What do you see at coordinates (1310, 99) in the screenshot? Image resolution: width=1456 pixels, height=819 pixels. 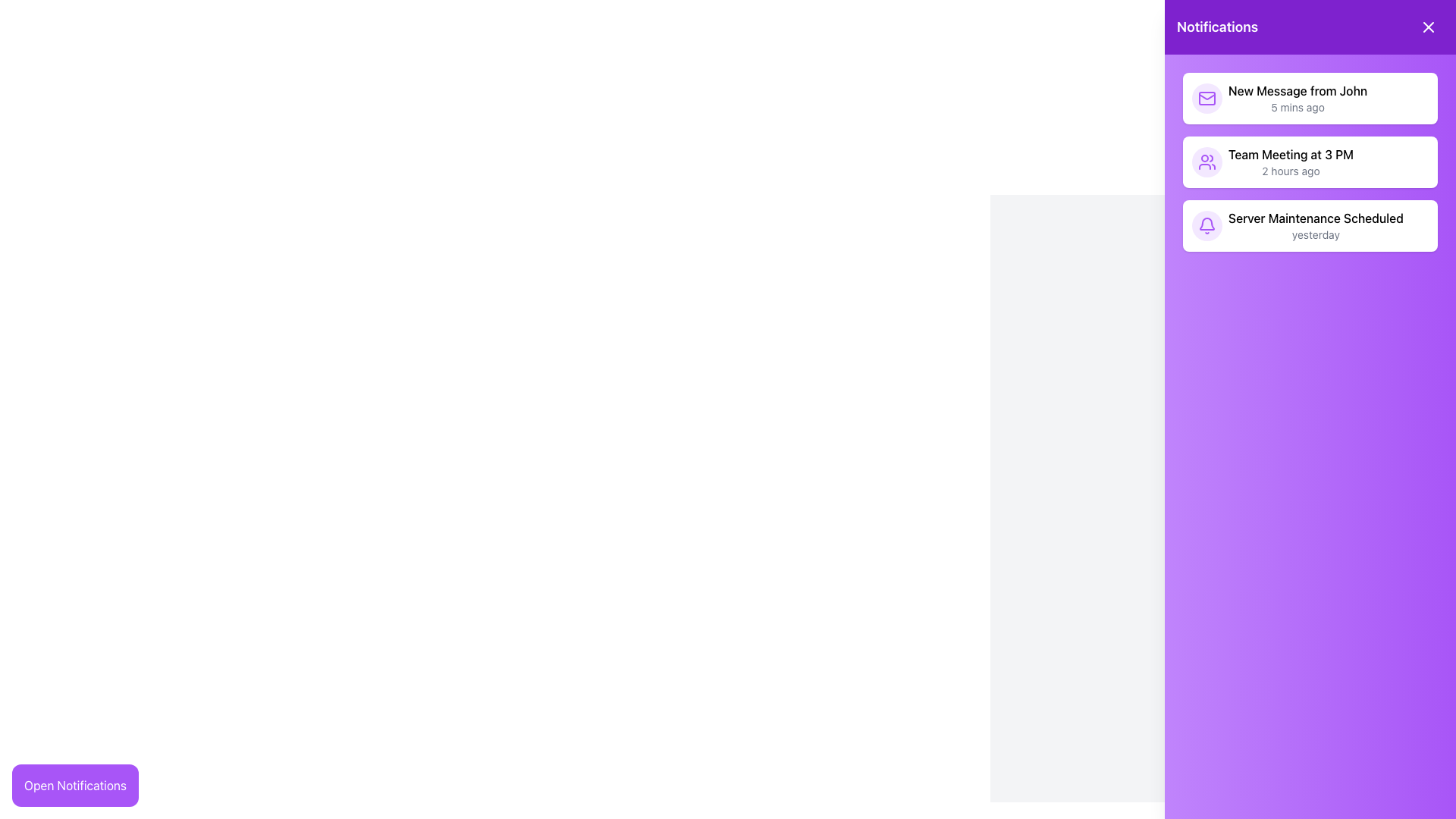 I see `the Notification card displaying a new message from 'John' with the timestamp '5 mins ago', located at the top of the purple 'Notifications' panel` at bounding box center [1310, 99].